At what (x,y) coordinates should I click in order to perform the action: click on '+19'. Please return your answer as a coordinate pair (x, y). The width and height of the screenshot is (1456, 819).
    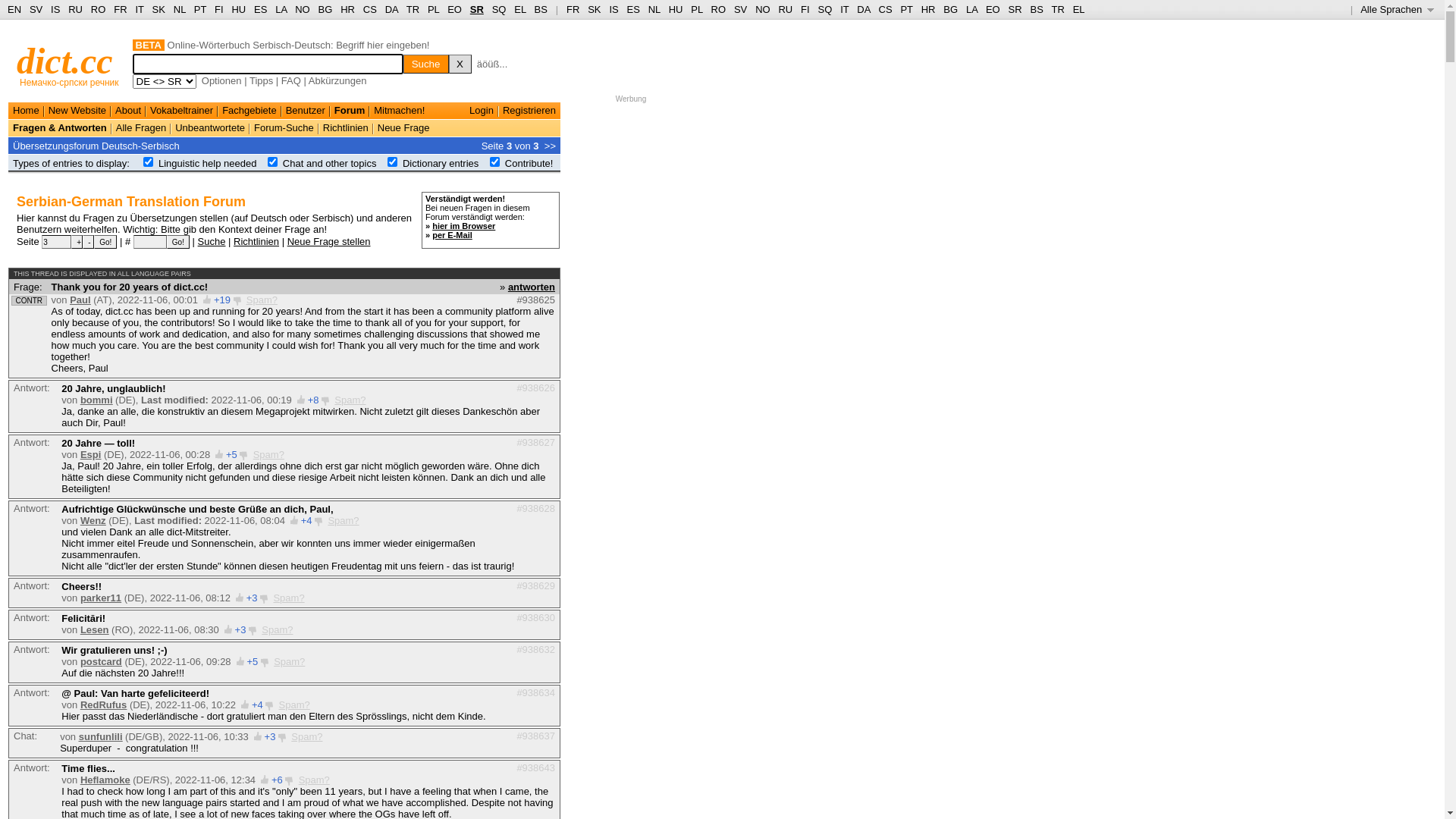
    Looking at the image, I should click on (221, 300).